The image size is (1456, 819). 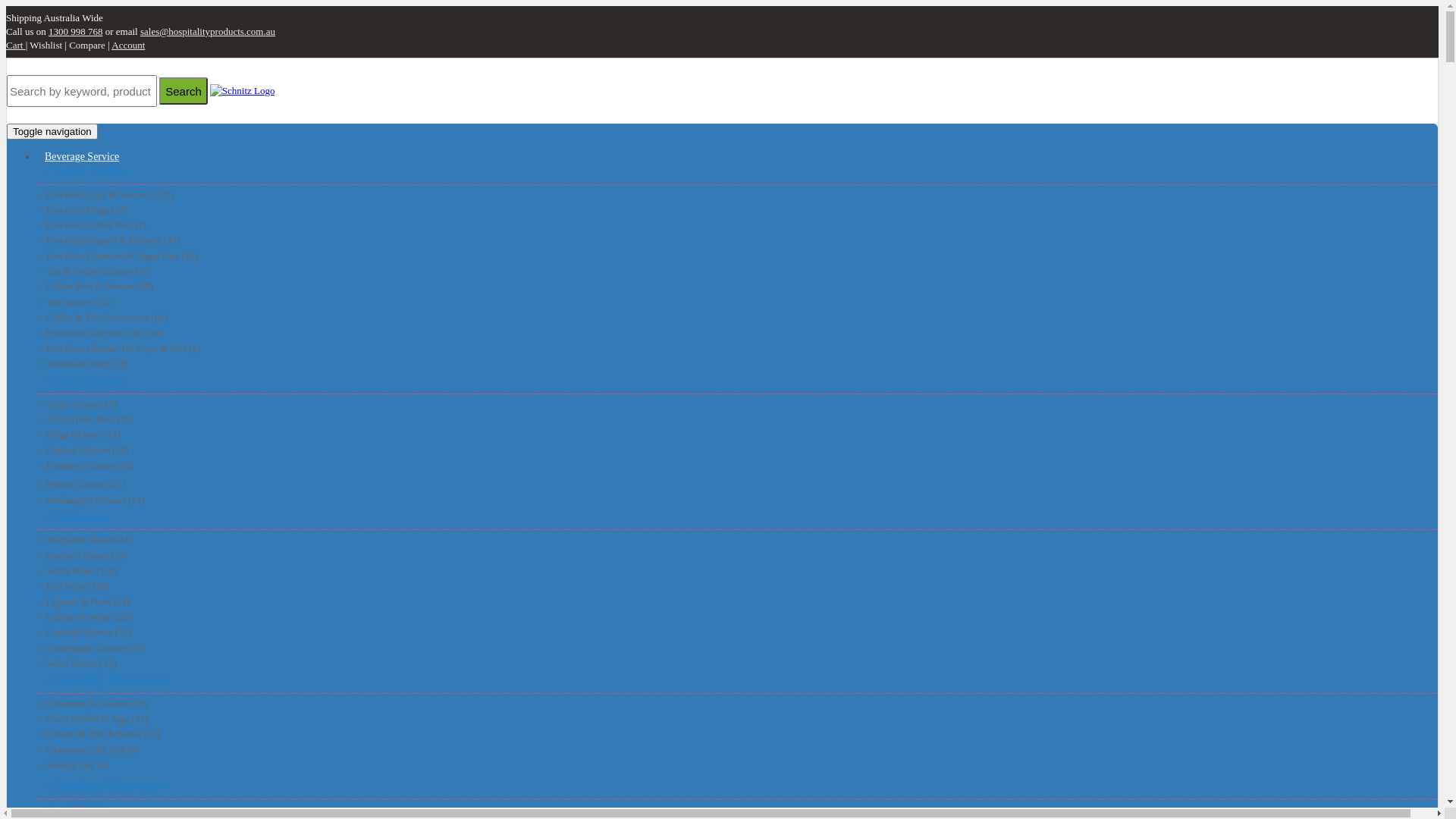 What do you see at coordinates (39, 256) in the screenshot?
I see `'Porcelain Creamers & Sugar Pots (42)'` at bounding box center [39, 256].